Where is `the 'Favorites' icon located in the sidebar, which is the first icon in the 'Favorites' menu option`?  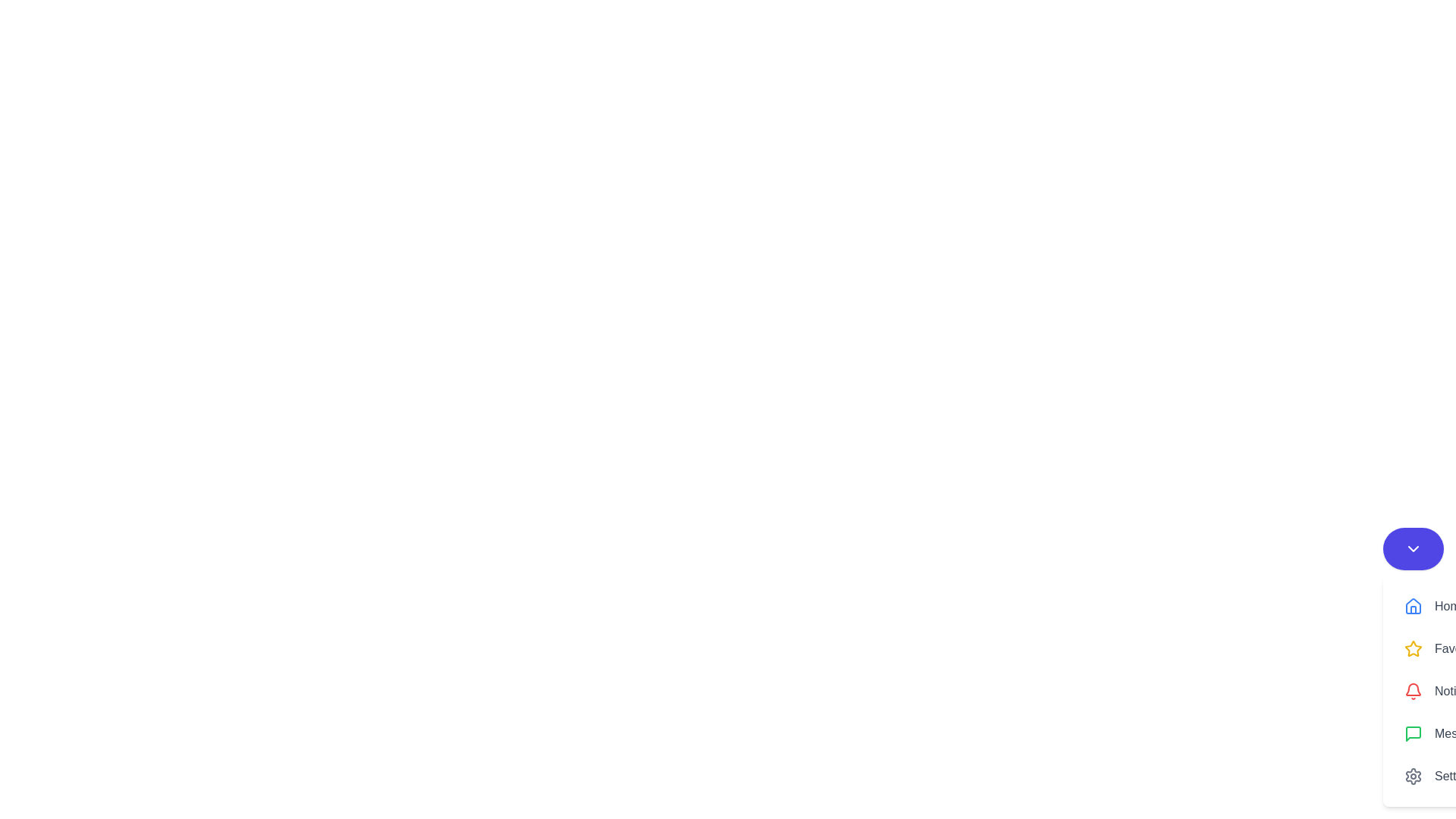
the 'Favorites' icon located in the sidebar, which is the first icon in the 'Favorites' menu option is located at coordinates (1412, 648).